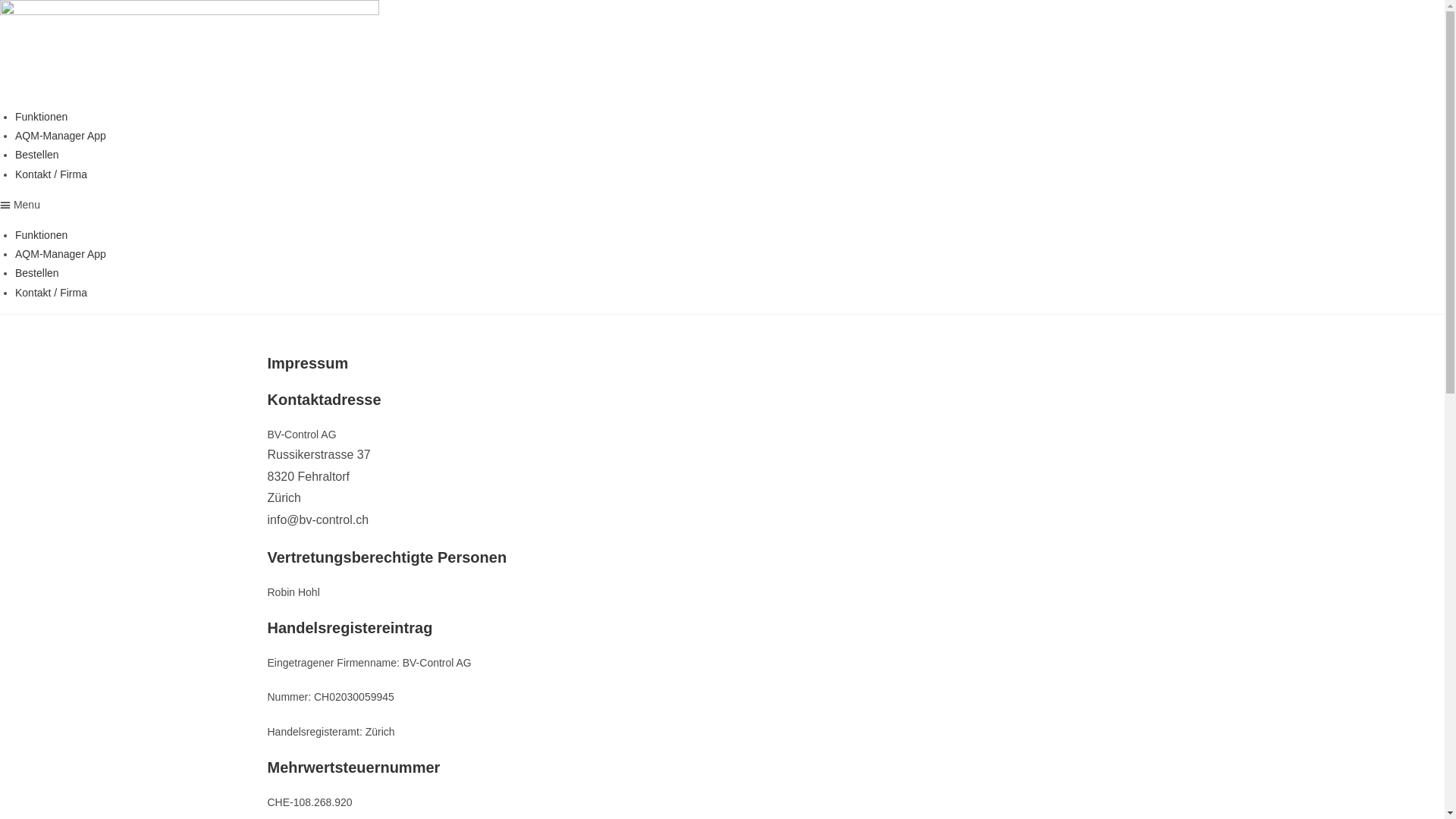 Image resolution: width=1456 pixels, height=819 pixels. Describe the element at coordinates (51, 174) in the screenshot. I see `'Kontakt / Firma'` at that location.